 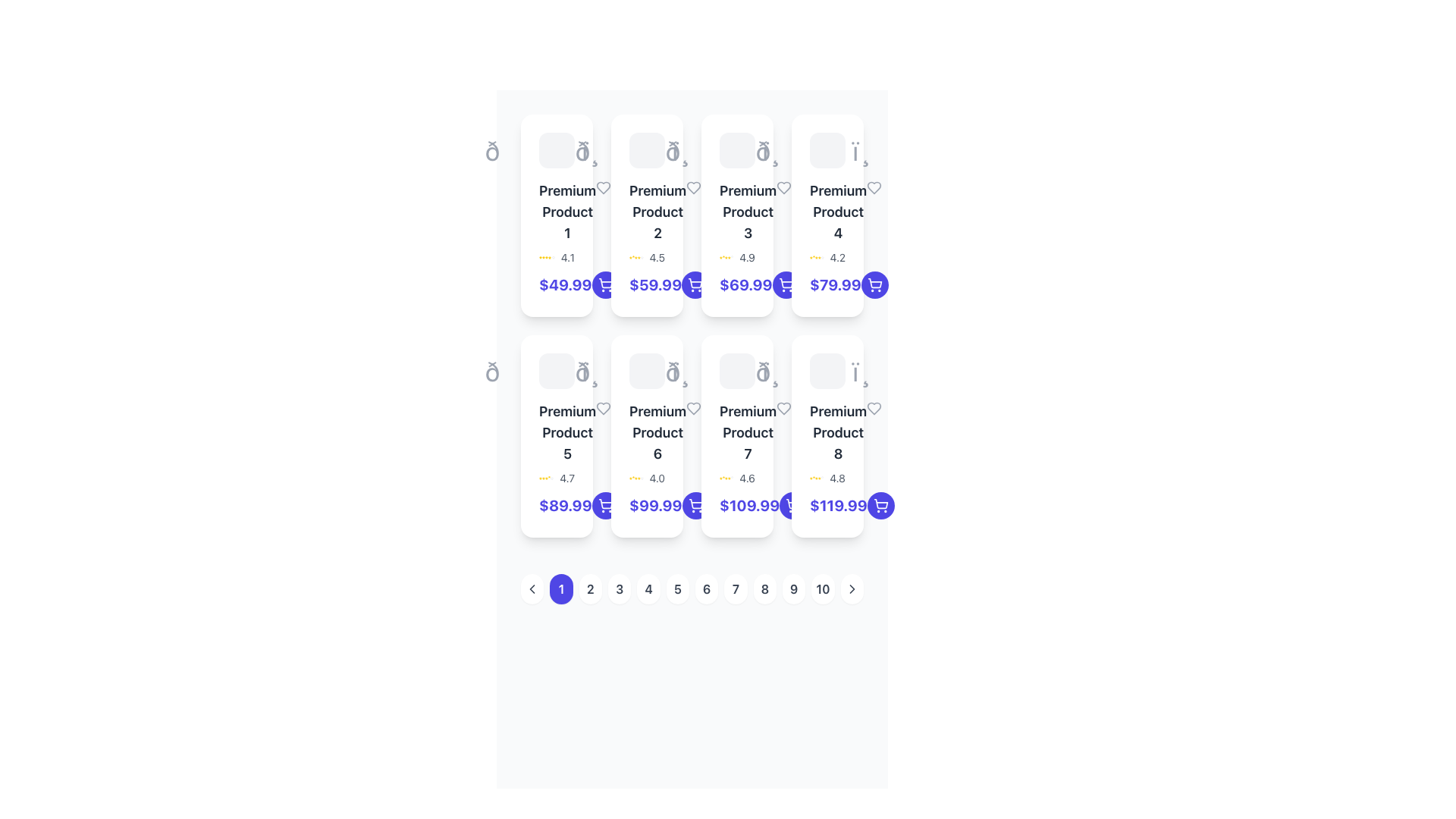 I want to click on central basket structure of the shopping cart icon located in the bottom-right area adjacent to the pricing section of 'Premium Product 8', so click(x=792, y=504).